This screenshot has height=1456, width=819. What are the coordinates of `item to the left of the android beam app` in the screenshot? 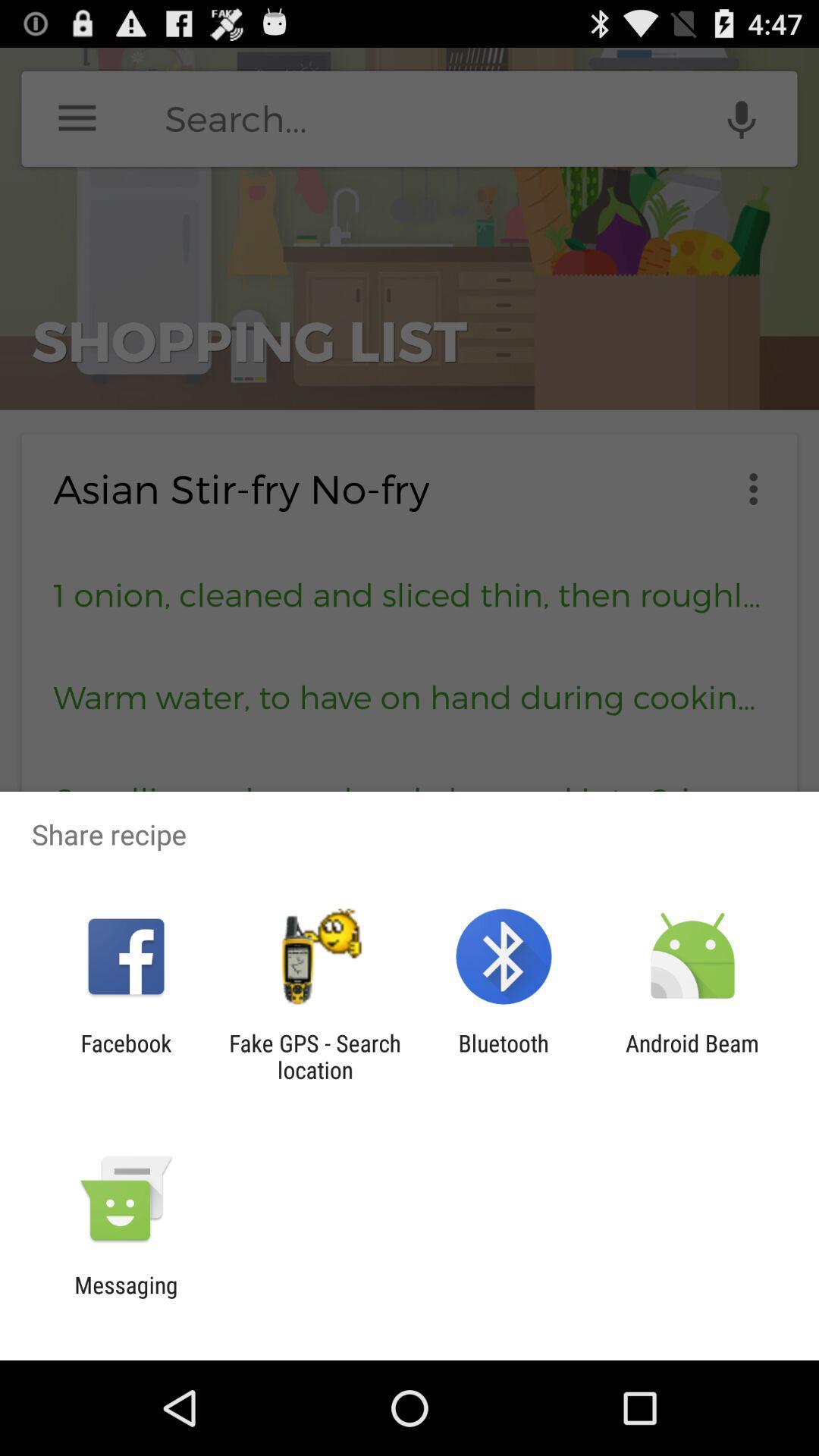 It's located at (504, 1056).